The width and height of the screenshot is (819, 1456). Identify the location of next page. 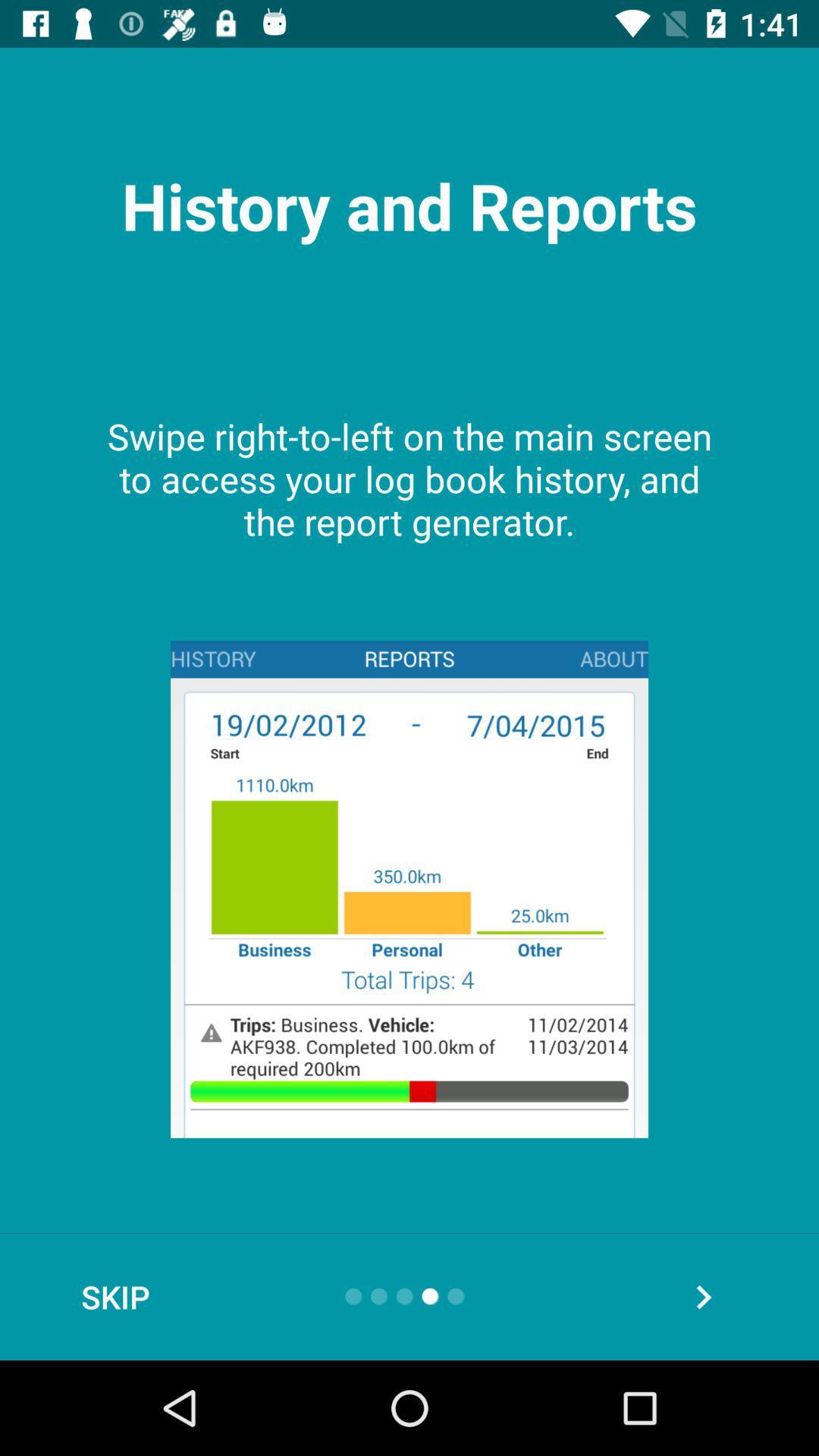
(703, 1296).